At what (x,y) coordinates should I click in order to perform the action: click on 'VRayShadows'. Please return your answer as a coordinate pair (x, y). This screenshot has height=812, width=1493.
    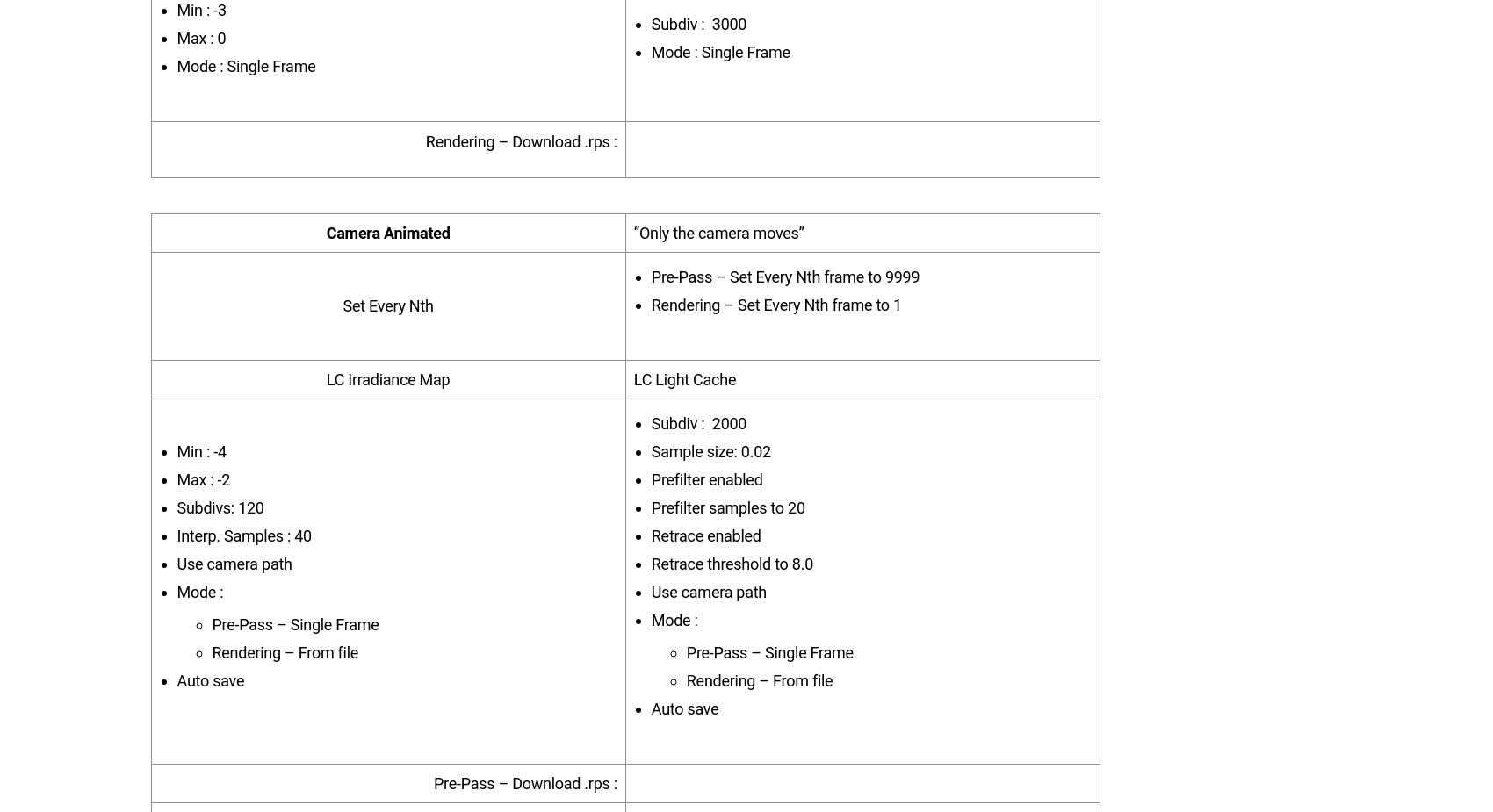
    Looking at the image, I should click on (624, 160).